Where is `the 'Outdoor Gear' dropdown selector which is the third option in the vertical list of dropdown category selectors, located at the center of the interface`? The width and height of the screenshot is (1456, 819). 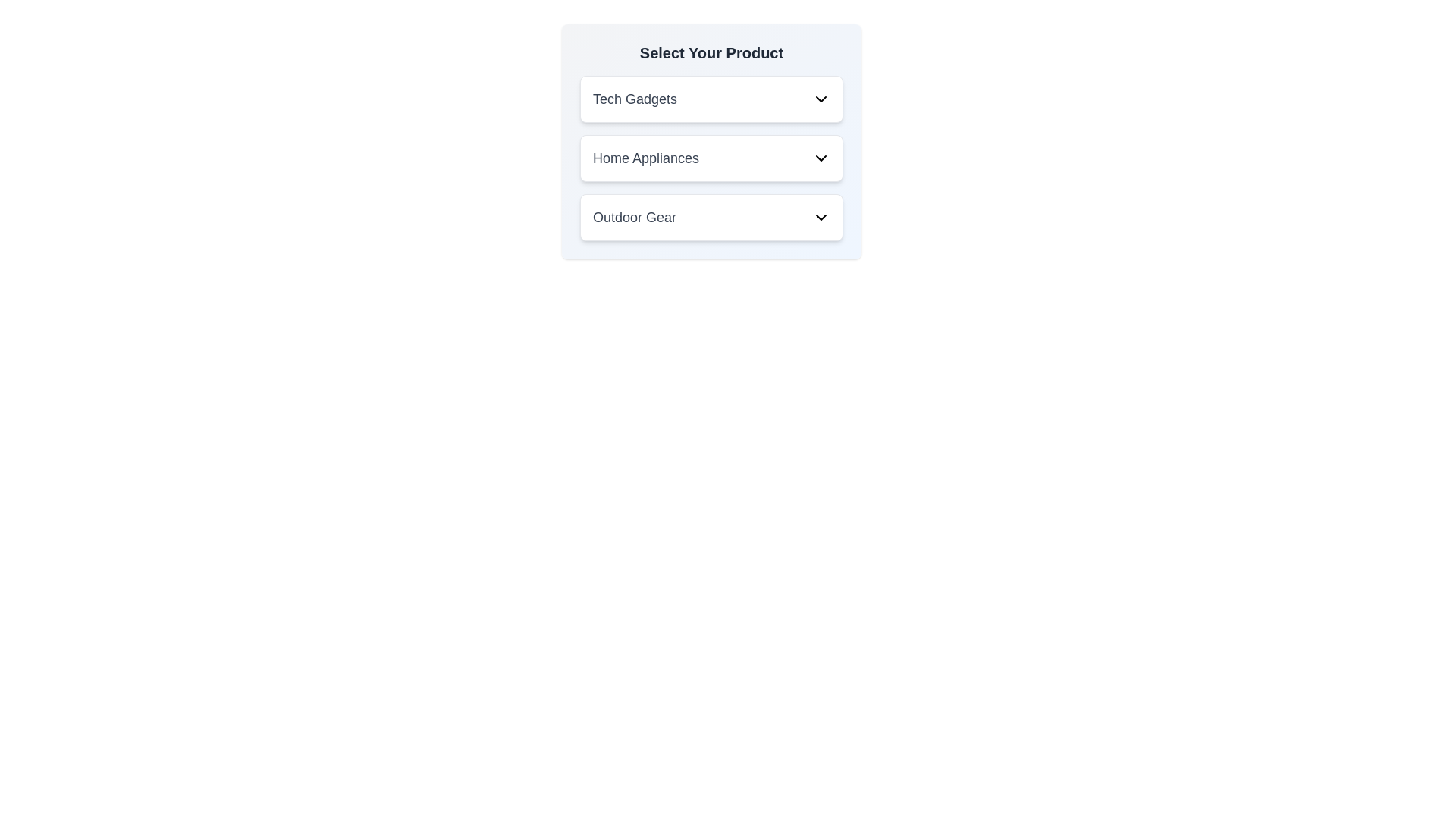 the 'Outdoor Gear' dropdown selector which is the third option in the vertical list of dropdown category selectors, located at the center of the interface is located at coordinates (711, 217).